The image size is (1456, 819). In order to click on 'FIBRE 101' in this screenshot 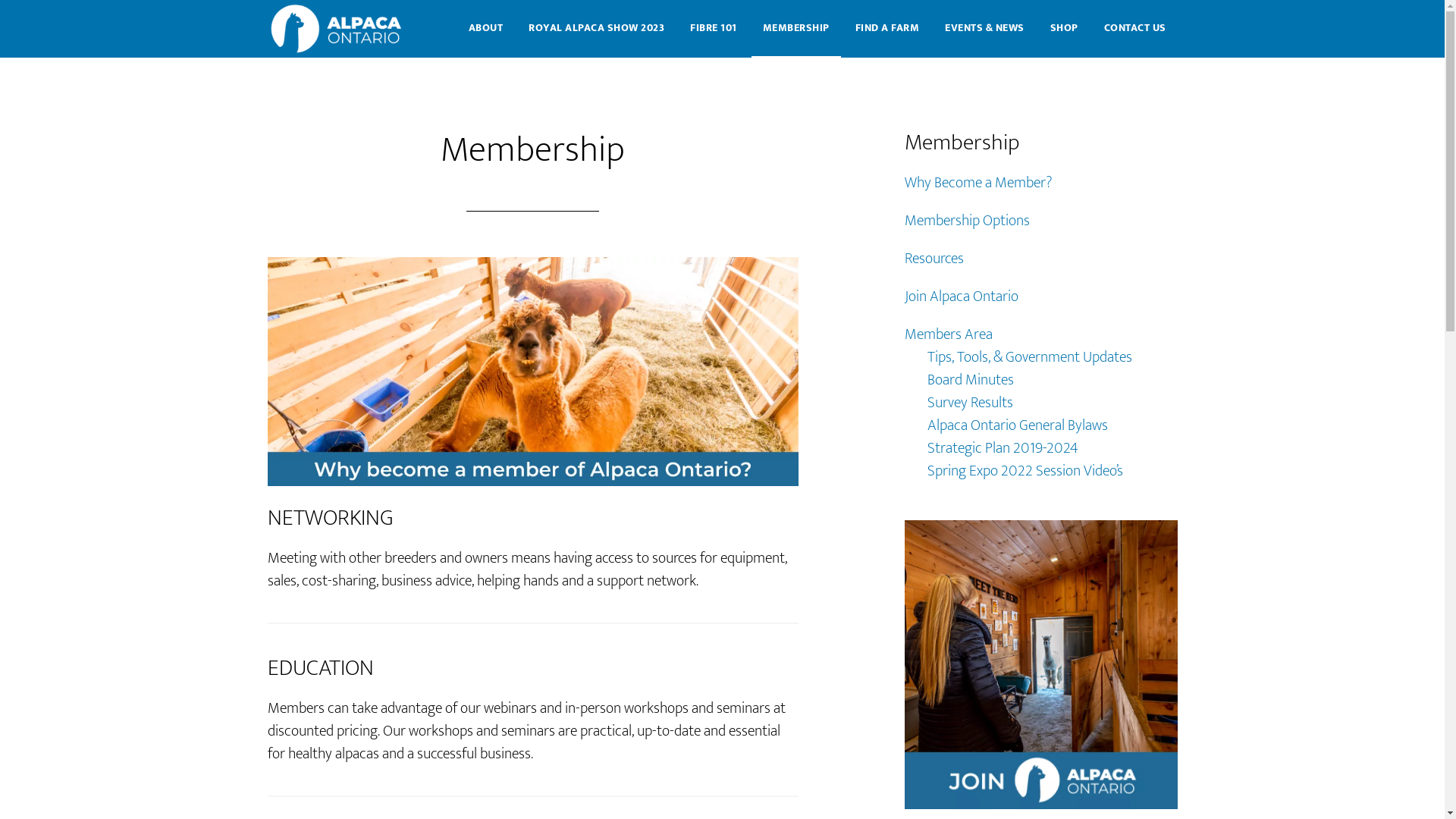, I will do `click(712, 29)`.